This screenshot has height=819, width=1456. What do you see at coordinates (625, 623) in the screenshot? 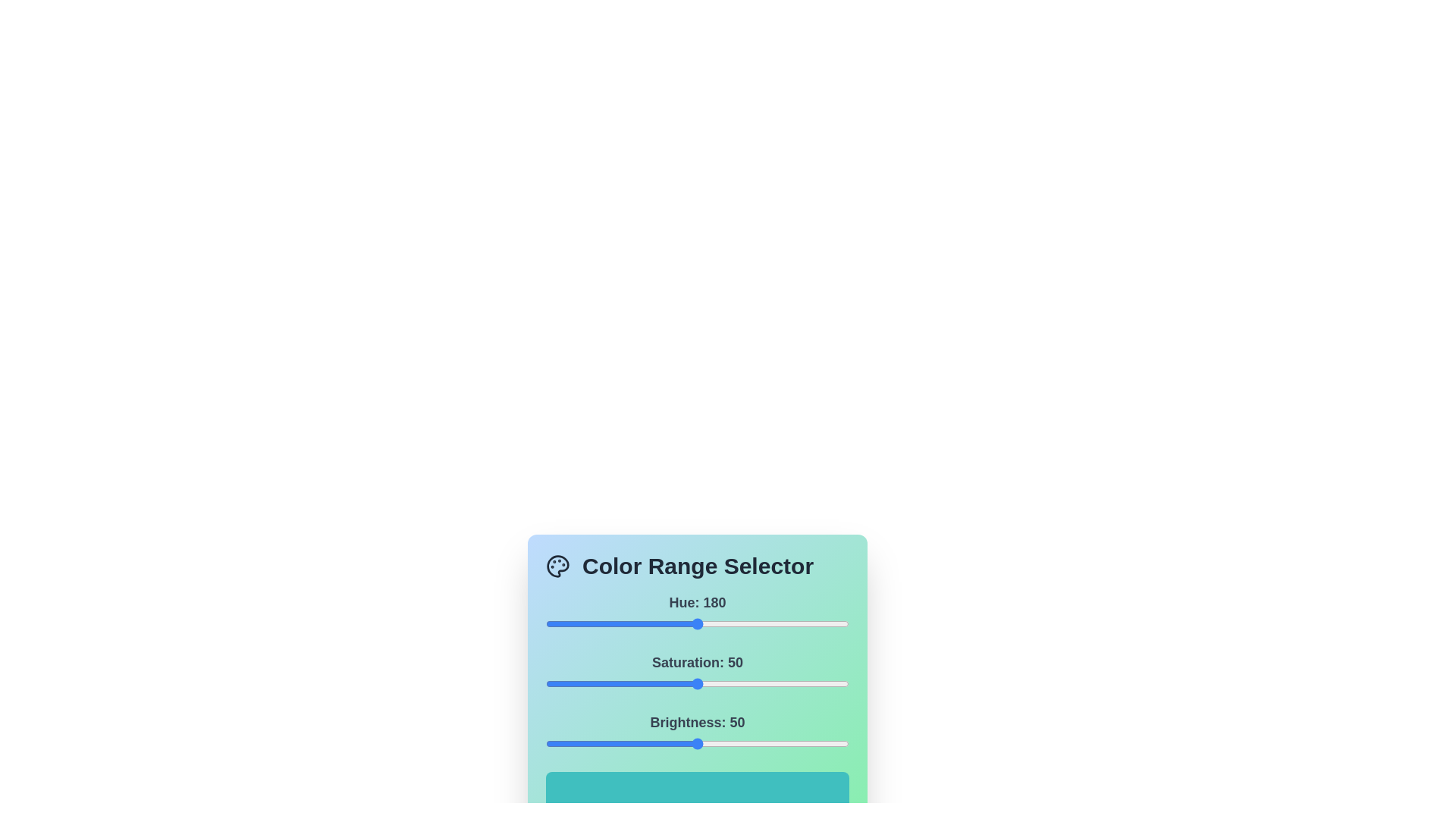
I see `the hue slider to set the hue value to 94` at bounding box center [625, 623].